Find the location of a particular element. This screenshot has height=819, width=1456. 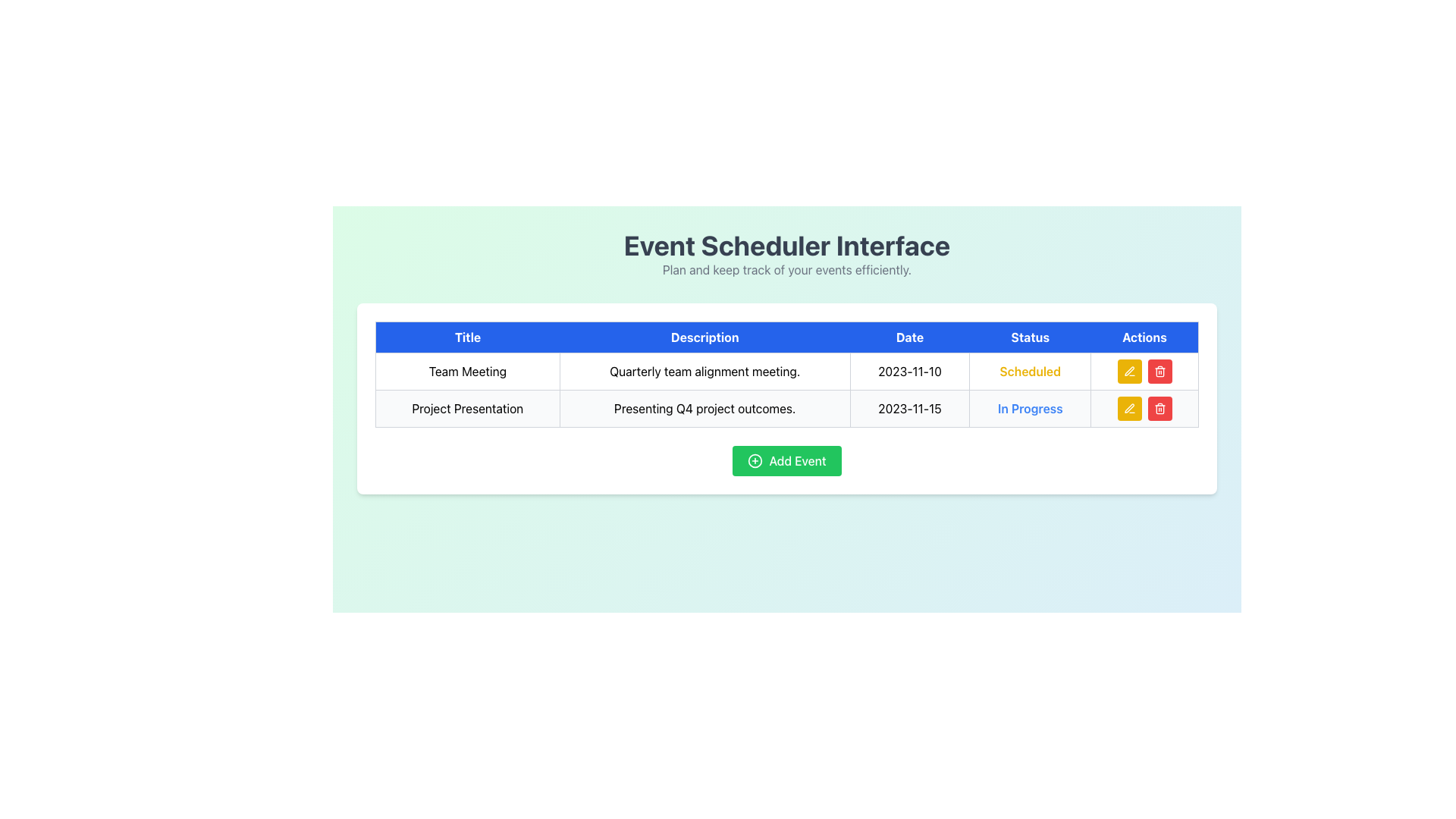

the trash bin icon located on the rightmost side under the 'Actions' column in the table view is located at coordinates (1159, 371).